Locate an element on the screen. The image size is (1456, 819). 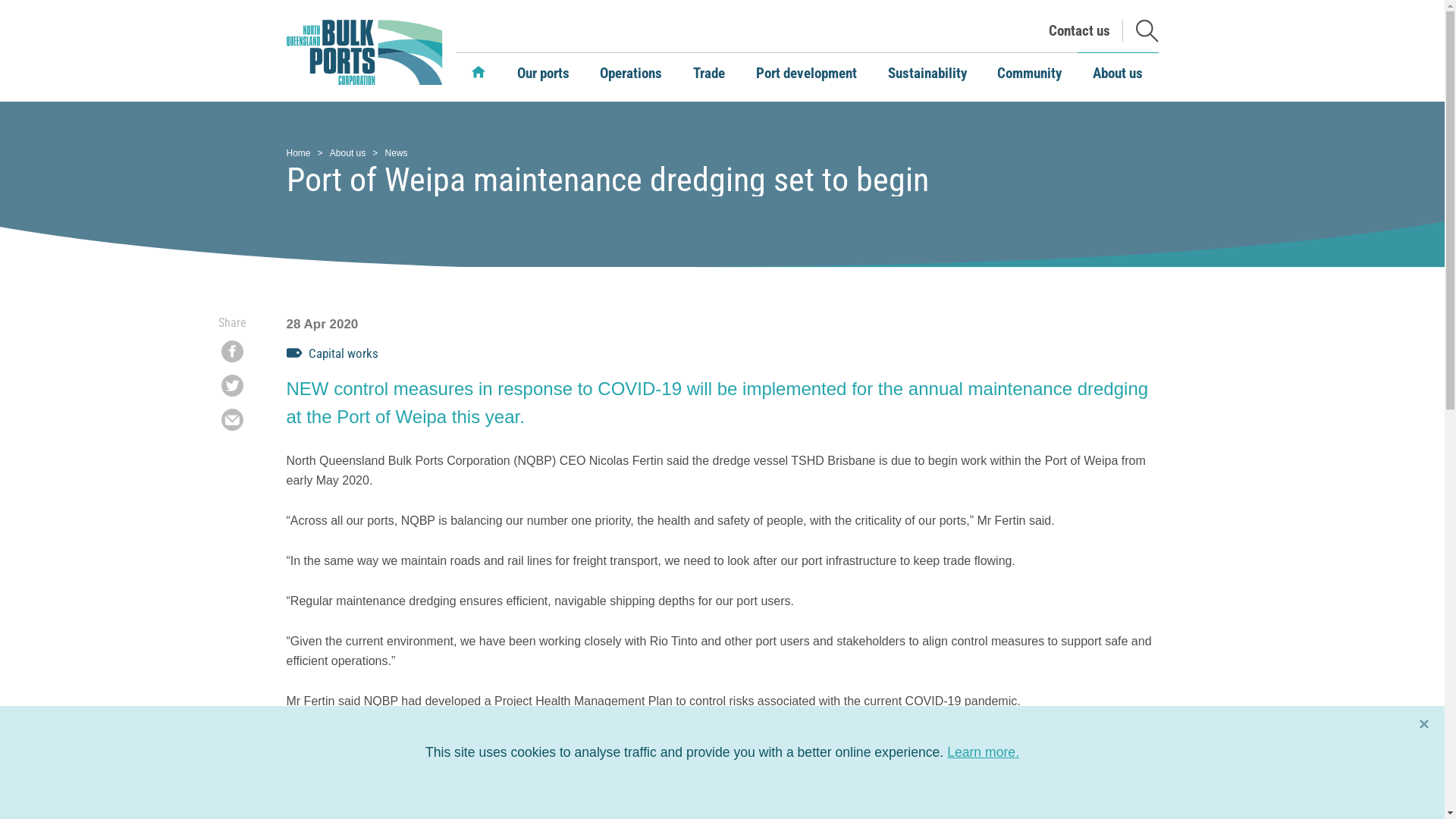
'Share by Email' is located at coordinates (231, 422).